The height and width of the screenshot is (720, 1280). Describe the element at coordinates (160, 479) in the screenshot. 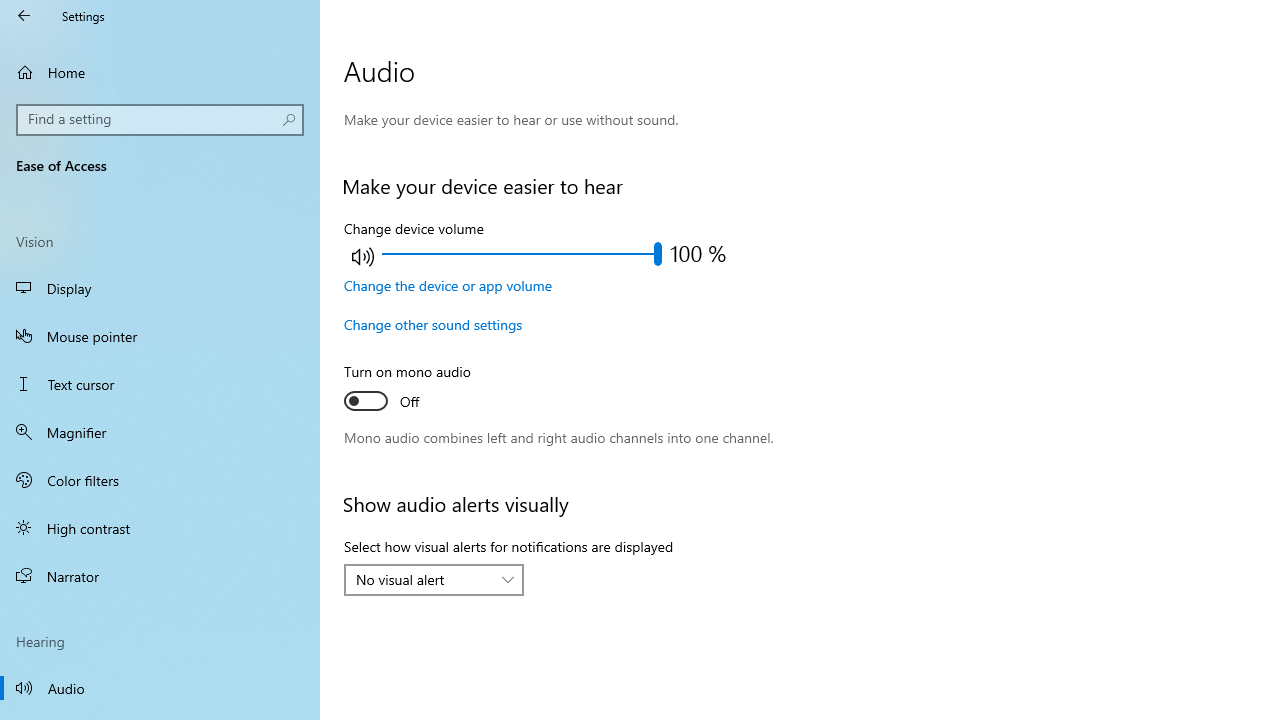

I see `'Color filters'` at that location.